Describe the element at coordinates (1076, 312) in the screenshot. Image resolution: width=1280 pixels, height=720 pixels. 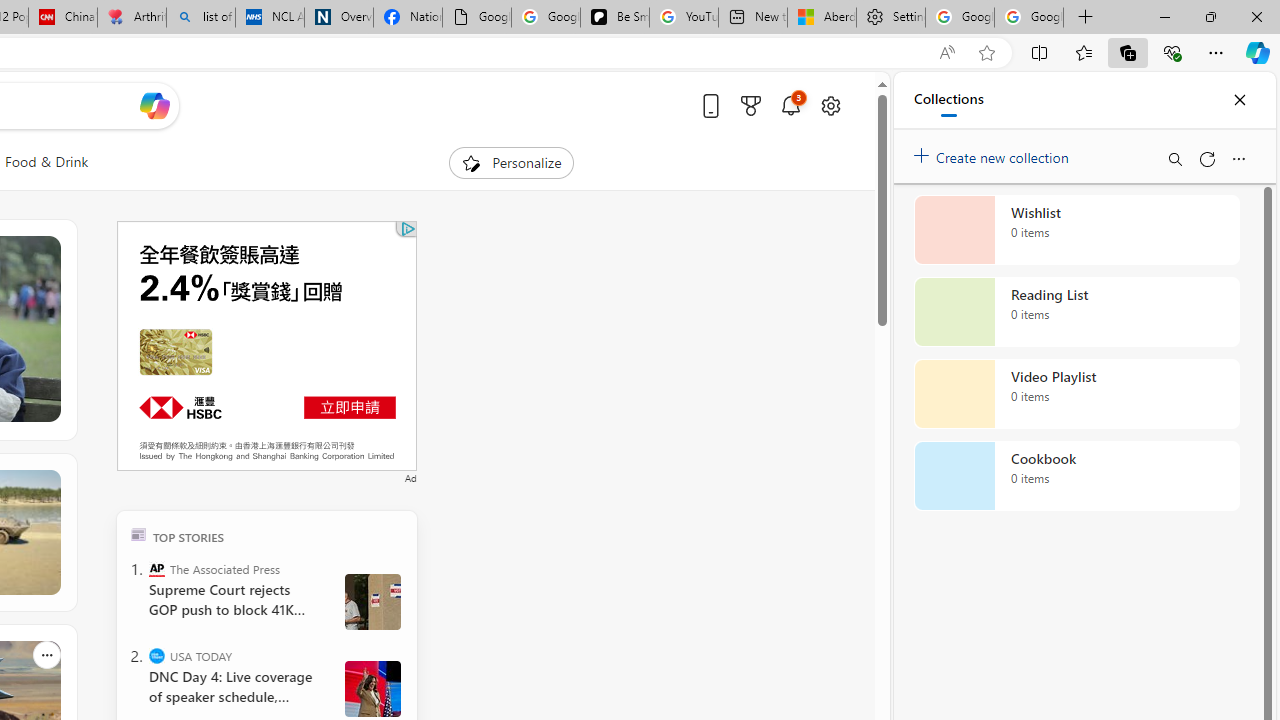
I see `'Reading List collection, 0 items'` at that location.